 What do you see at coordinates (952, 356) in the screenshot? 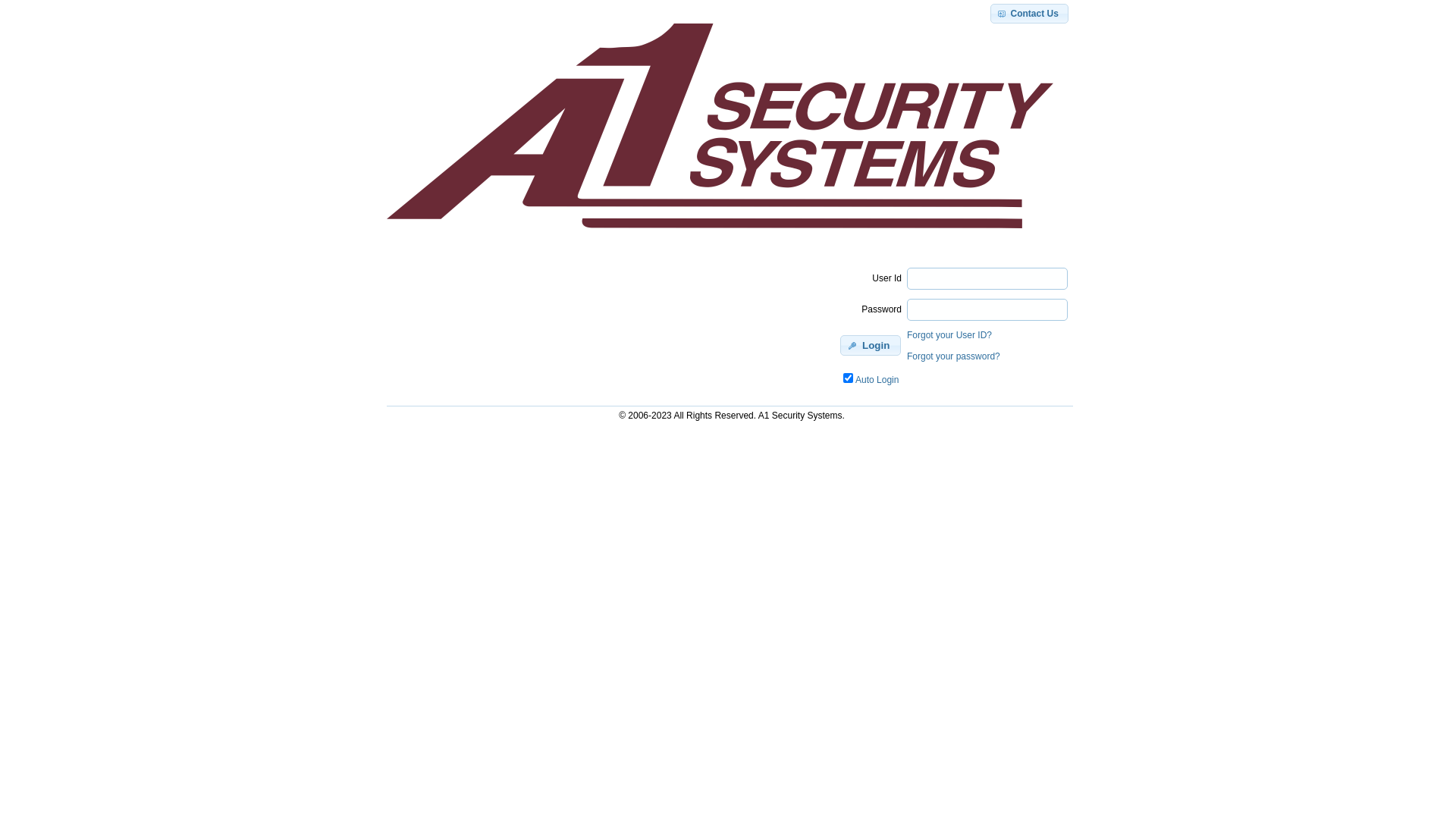
I see `'Forgot your password?'` at bounding box center [952, 356].